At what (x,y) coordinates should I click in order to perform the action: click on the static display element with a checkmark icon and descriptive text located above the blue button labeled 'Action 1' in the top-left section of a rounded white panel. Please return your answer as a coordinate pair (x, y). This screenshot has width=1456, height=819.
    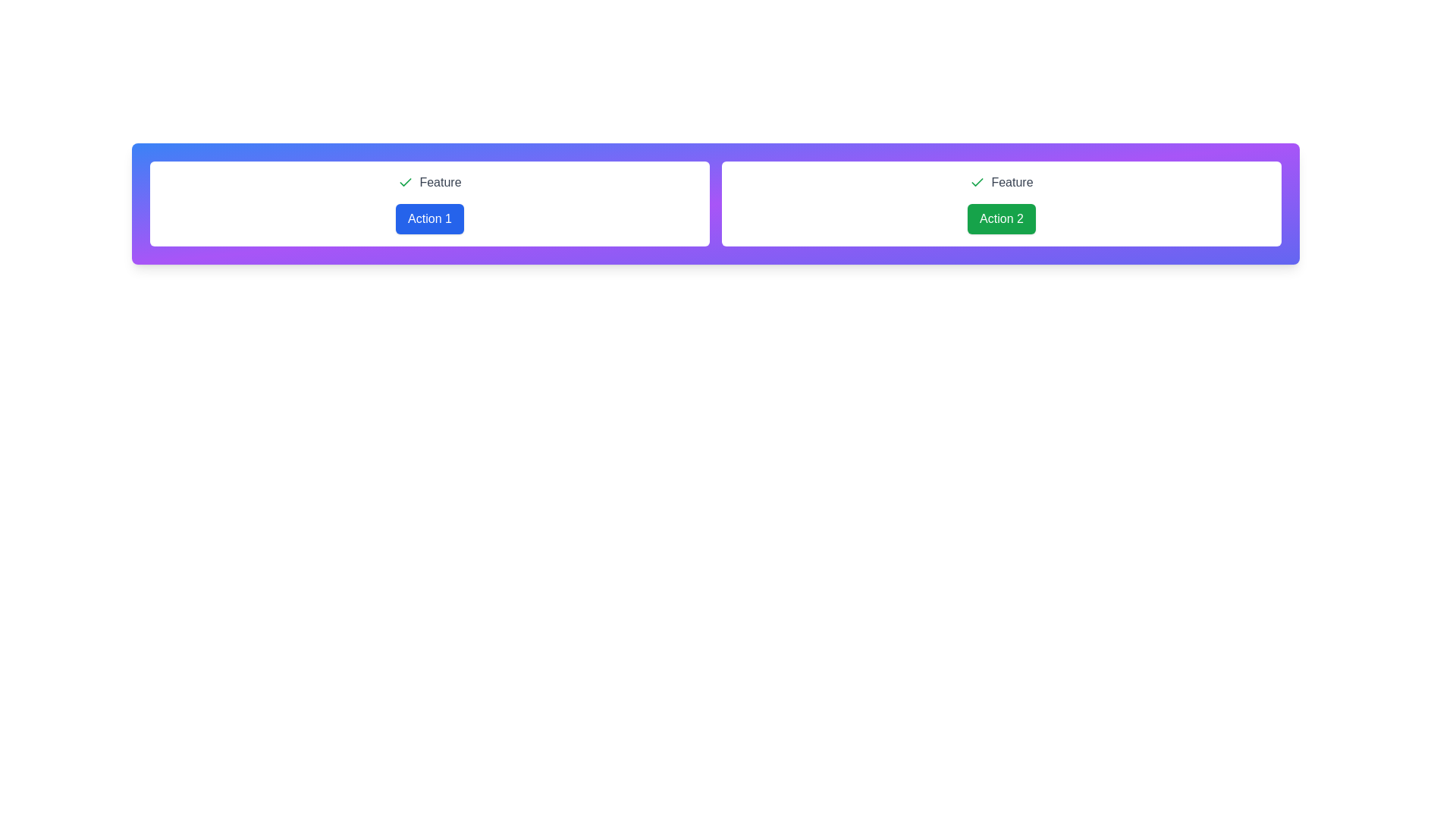
    Looking at the image, I should click on (428, 181).